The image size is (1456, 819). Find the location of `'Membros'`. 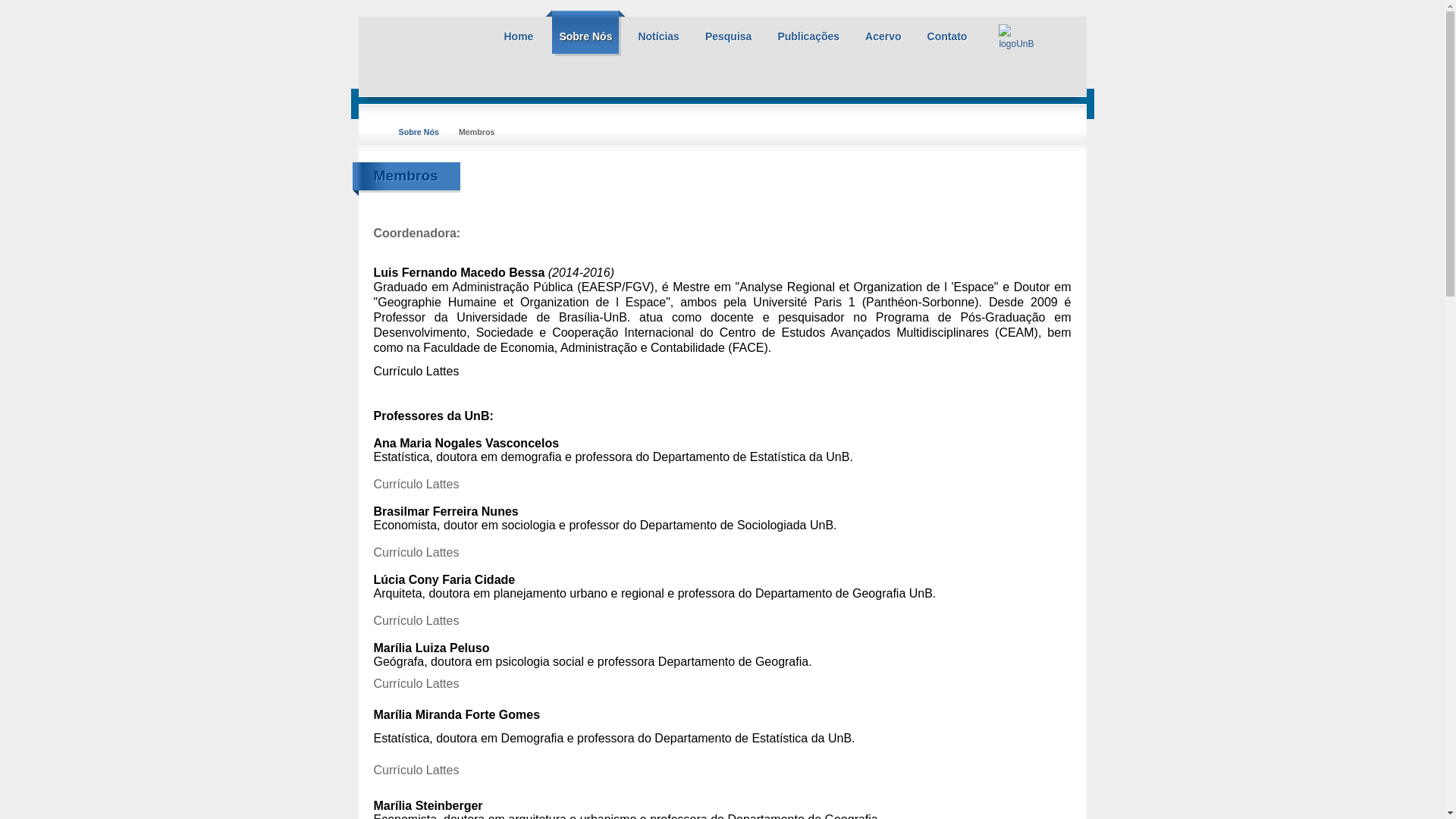

'Membros' is located at coordinates (405, 174).